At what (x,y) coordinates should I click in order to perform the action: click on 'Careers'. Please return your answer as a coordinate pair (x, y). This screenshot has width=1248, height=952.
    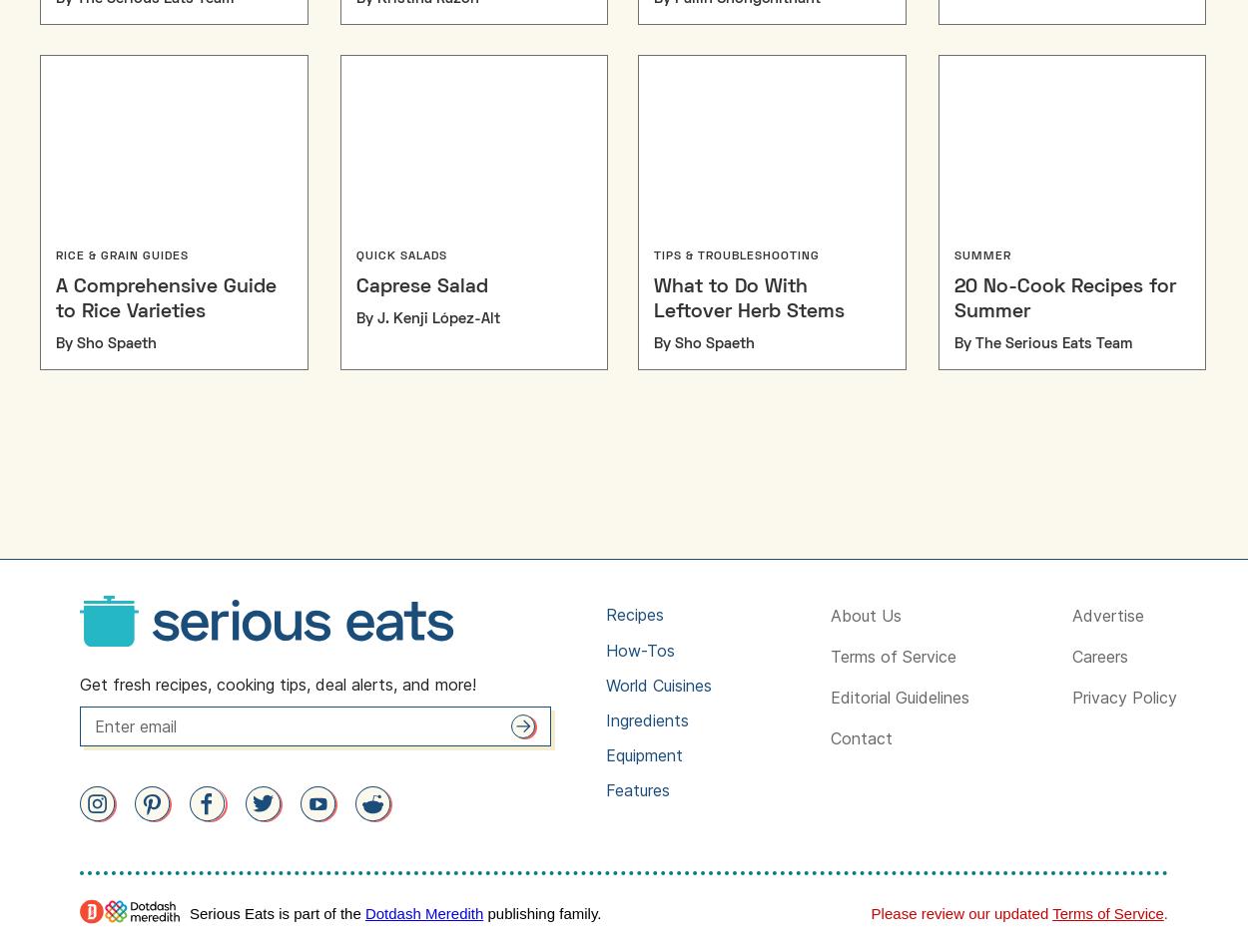
    Looking at the image, I should click on (1099, 655).